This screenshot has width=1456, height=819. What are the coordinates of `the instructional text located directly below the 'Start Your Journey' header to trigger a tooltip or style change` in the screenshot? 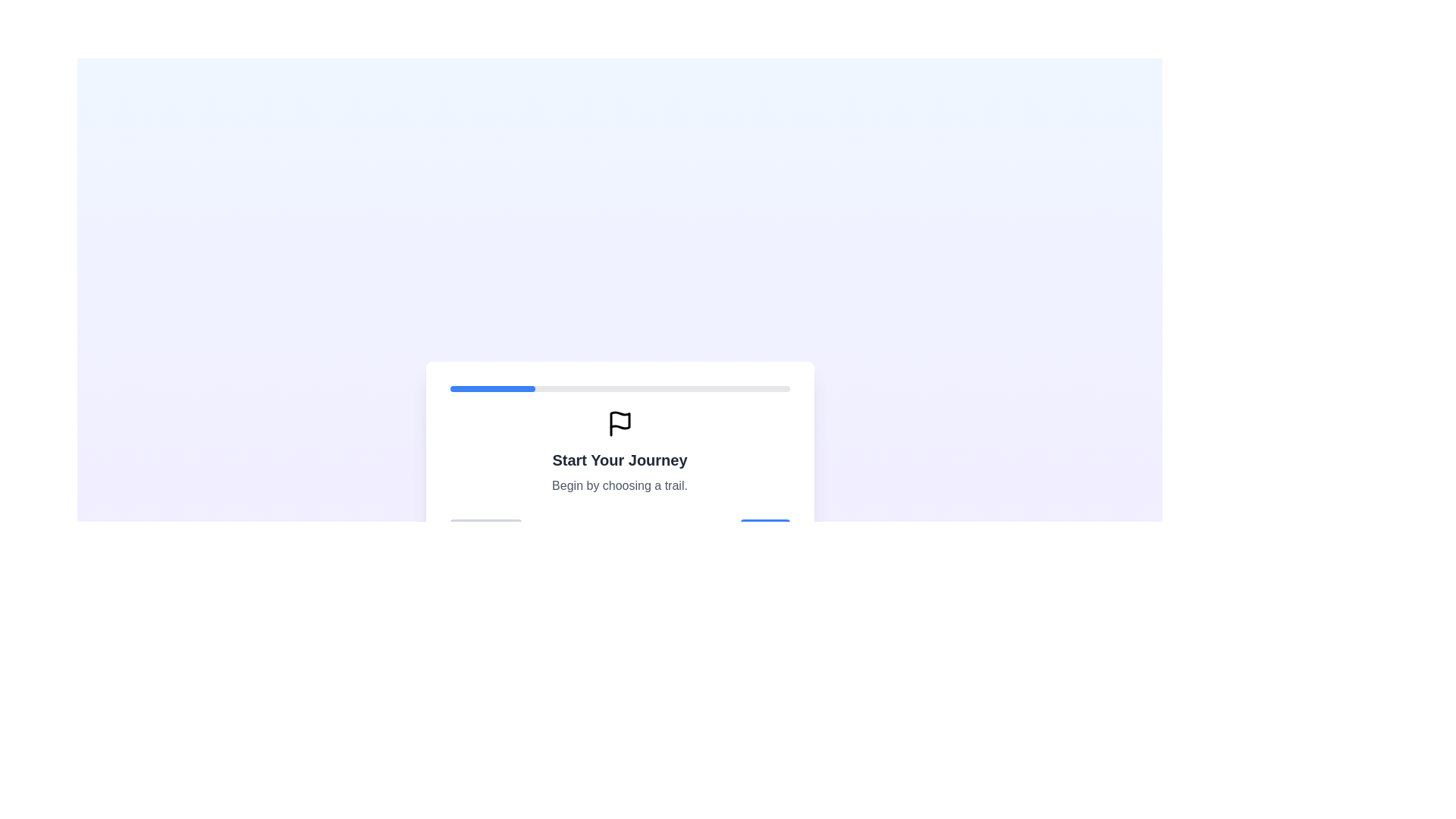 It's located at (620, 485).